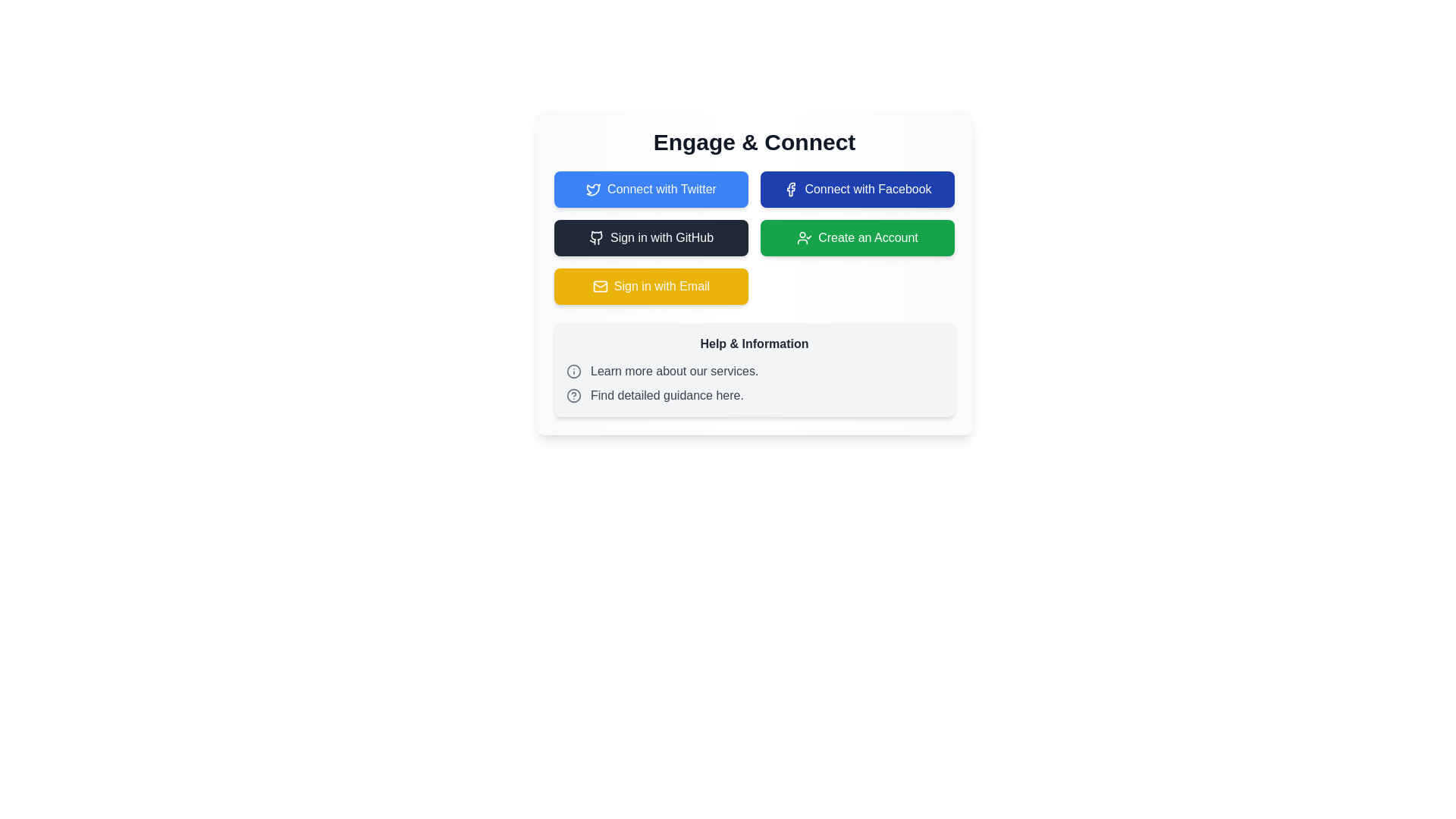 Image resolution: width=1456 pixels, height=819 pixels. What do you see at coordinates (599, 287) in the screenshot?
I see `the email icon located to the left of the 'Sign in with Email' text within the 'Sign in with Email' button in the 'Engage & Connect' section` at bounding box center [599, 287].